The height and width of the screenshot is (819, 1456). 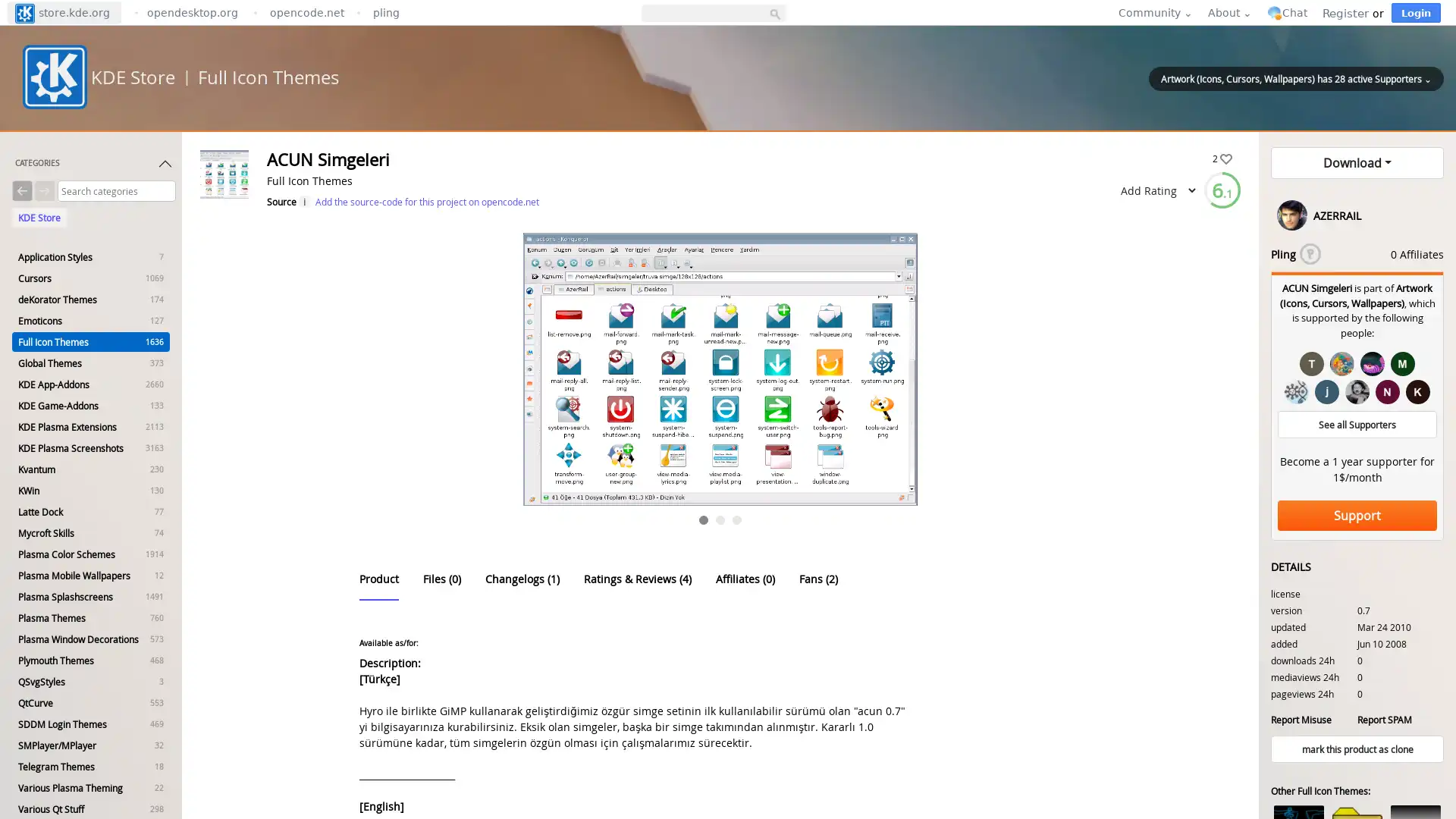 I want to click on Go to slide 2, so click(x=720, y=519).